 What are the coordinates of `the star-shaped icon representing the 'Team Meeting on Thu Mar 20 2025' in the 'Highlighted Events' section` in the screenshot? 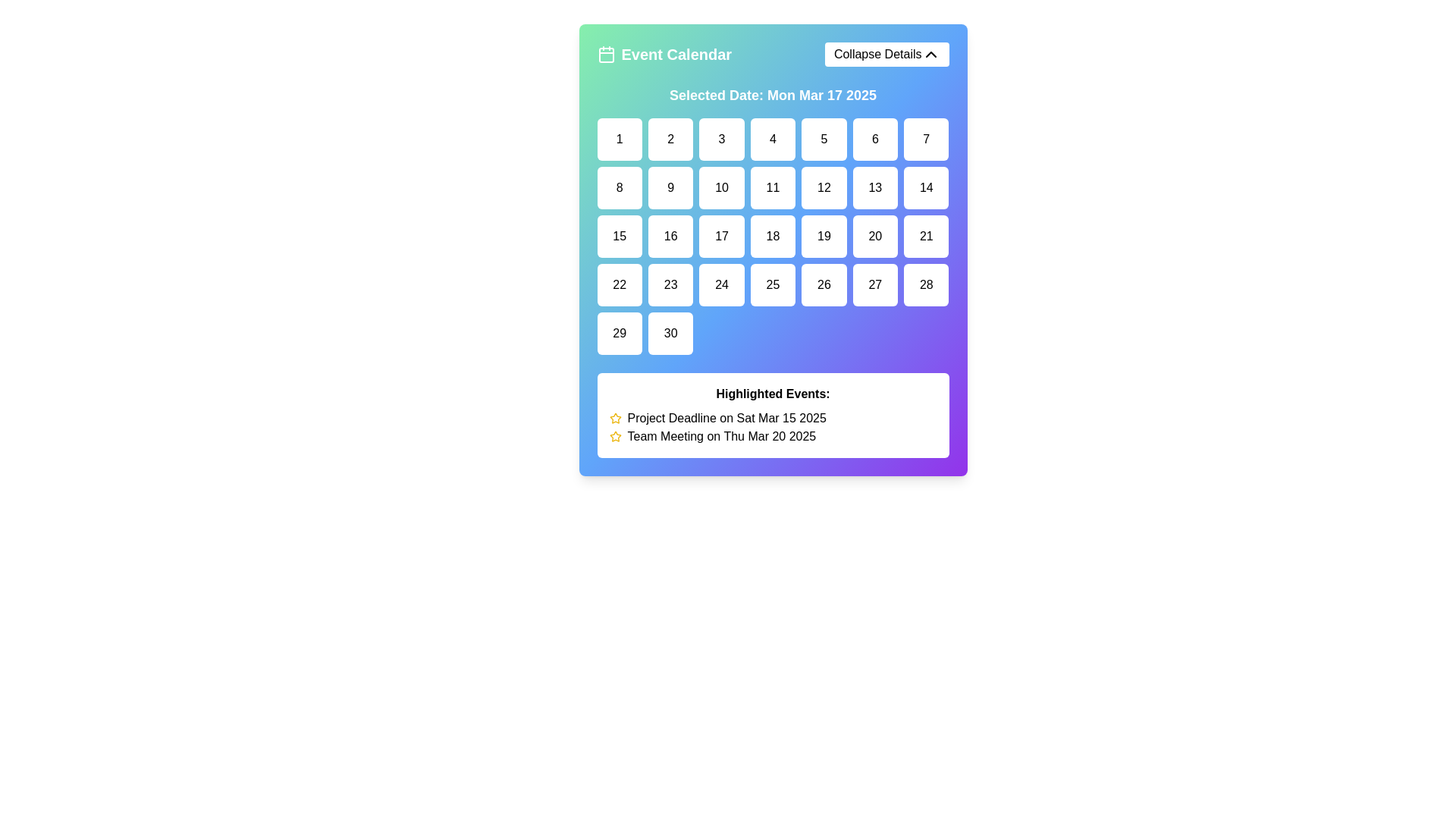 It's located at (615, 418).